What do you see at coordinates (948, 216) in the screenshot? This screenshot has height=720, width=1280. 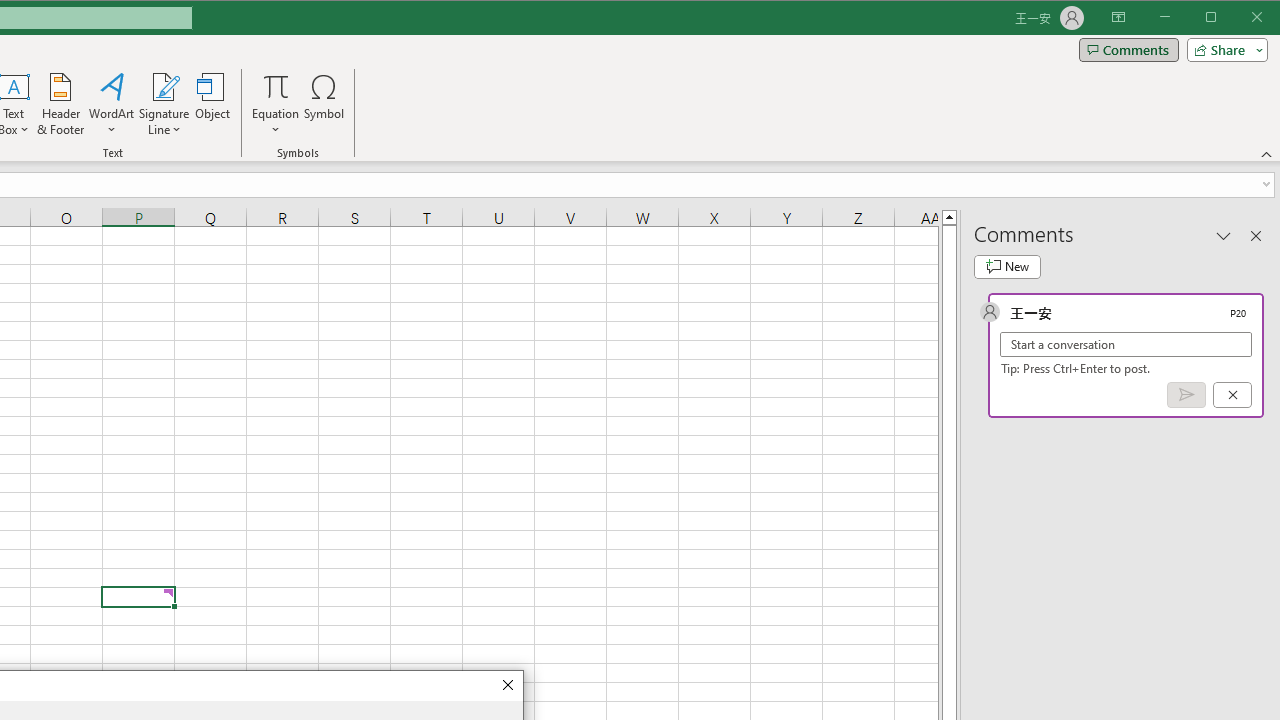 I see `'Line up'` at bounding box center [948, 216].